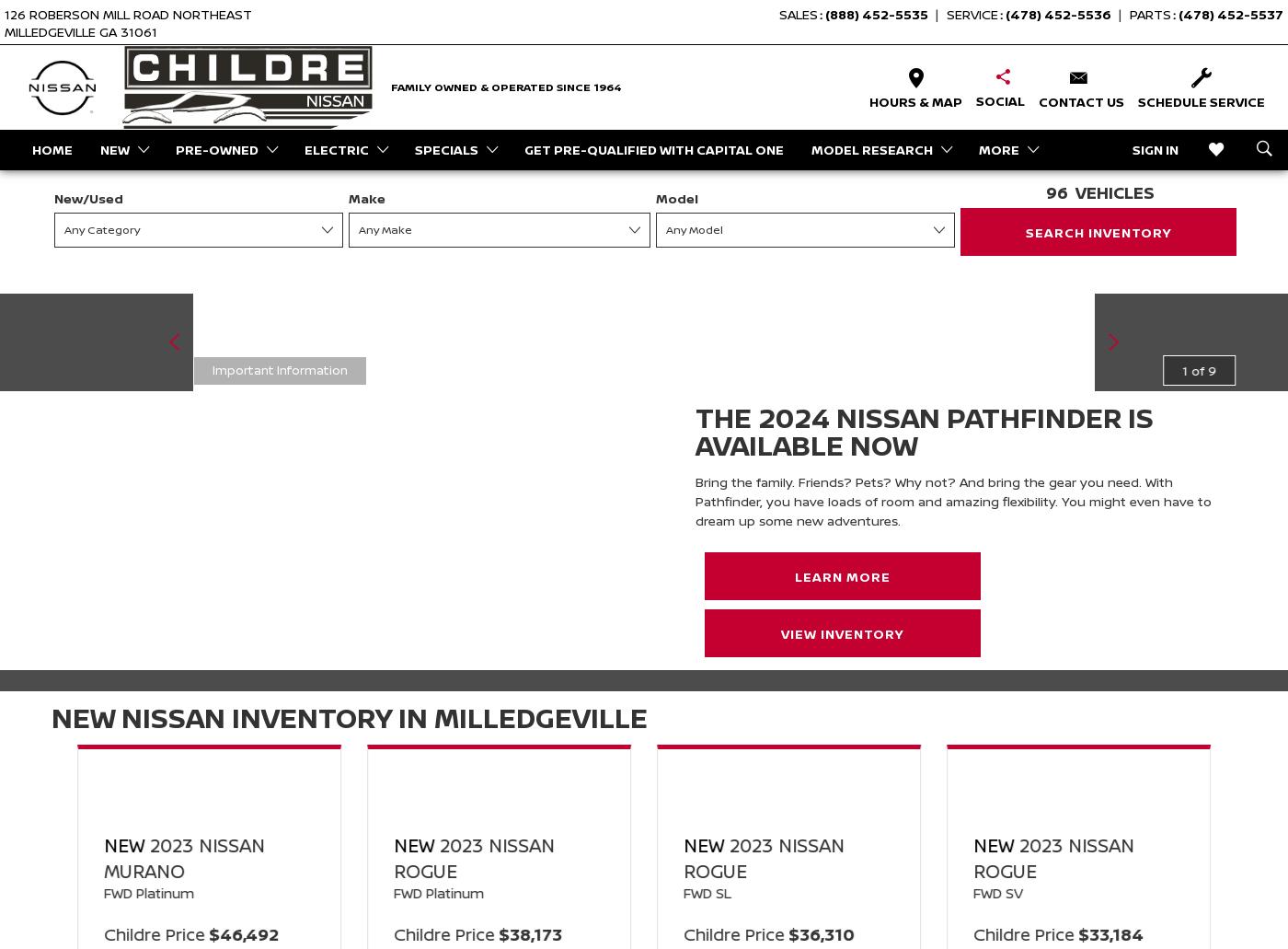 The width and height of the screenshot is (1288, 949). I want to click on '$36,310', so click(820, 931).